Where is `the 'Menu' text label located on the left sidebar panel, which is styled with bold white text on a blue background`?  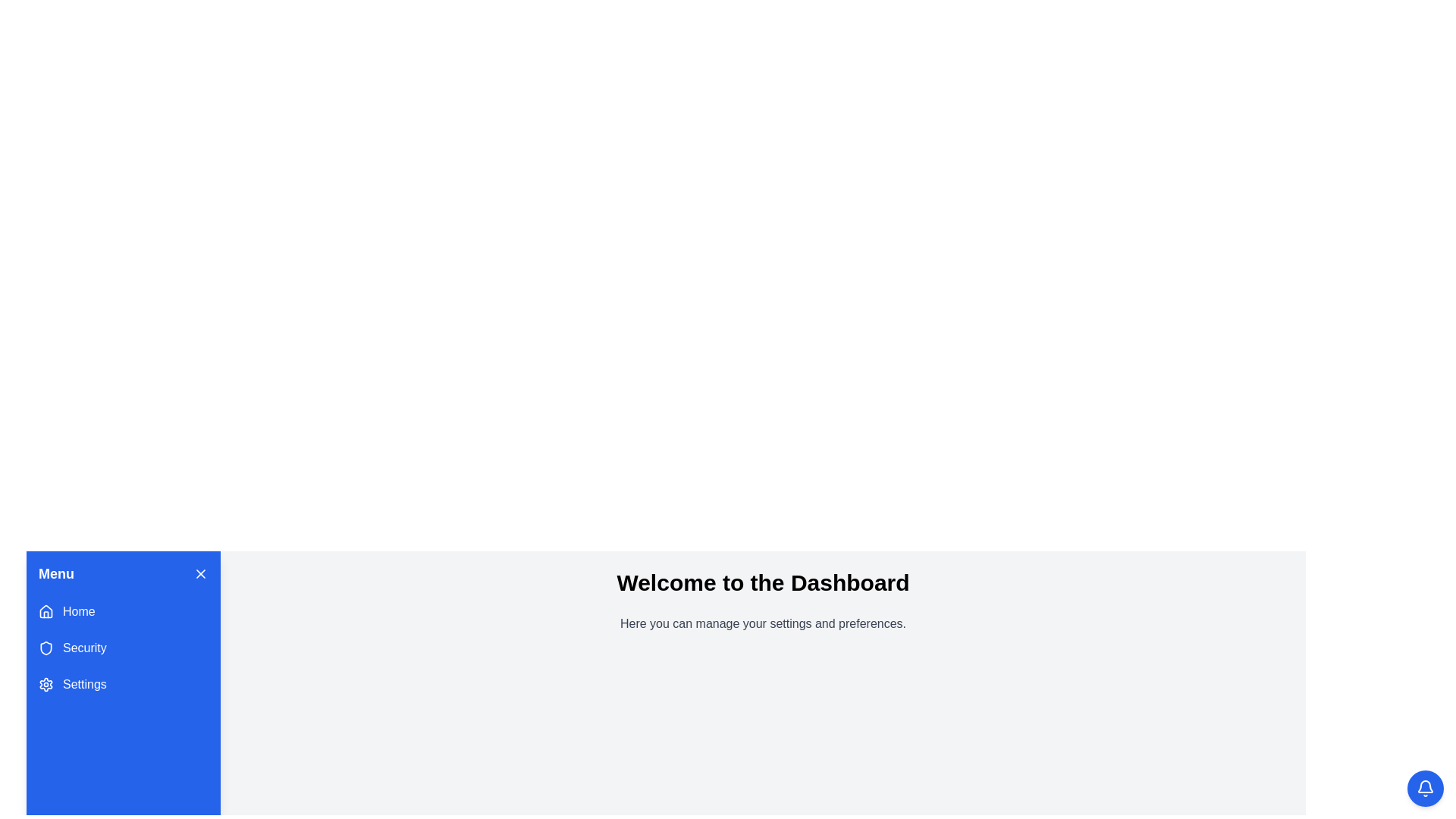 the 'Menu' text label located on the left sidebar panel, which is styled with bold white text on a blue background is located at coordinates (56, 573).